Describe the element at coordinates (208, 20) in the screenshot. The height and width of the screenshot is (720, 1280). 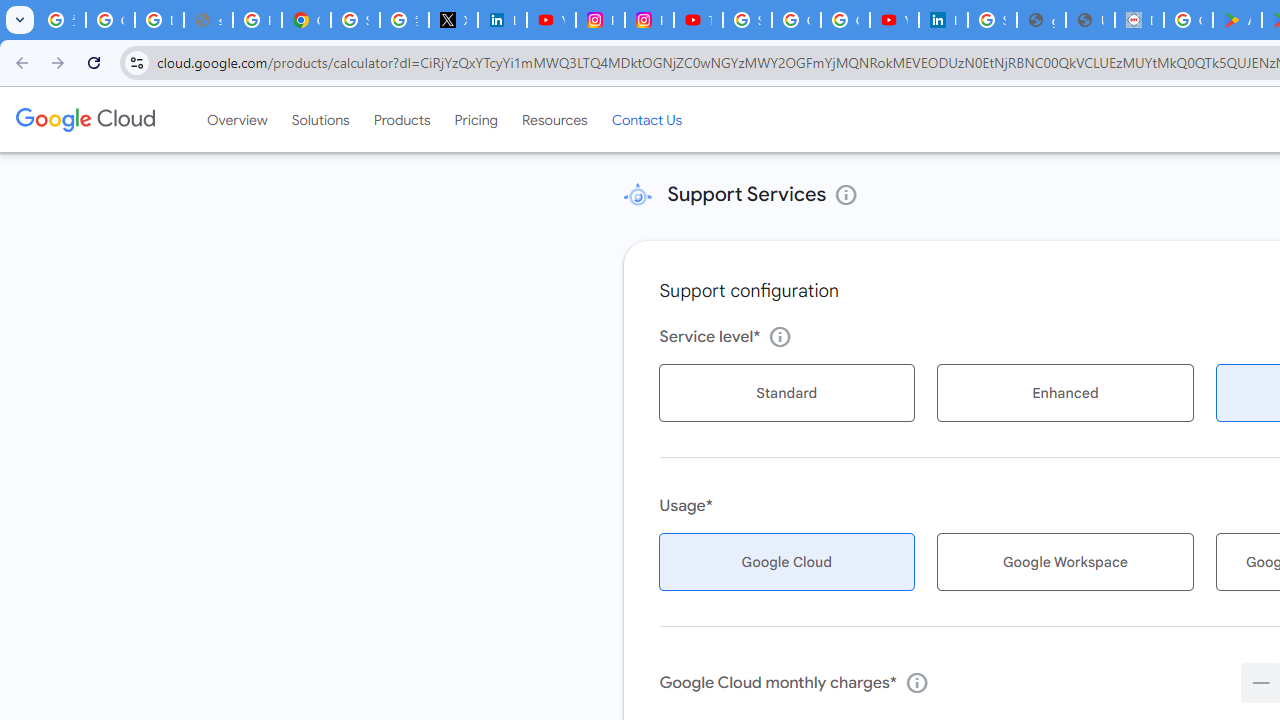
I see `'support.google.com - Network error'` at that location.